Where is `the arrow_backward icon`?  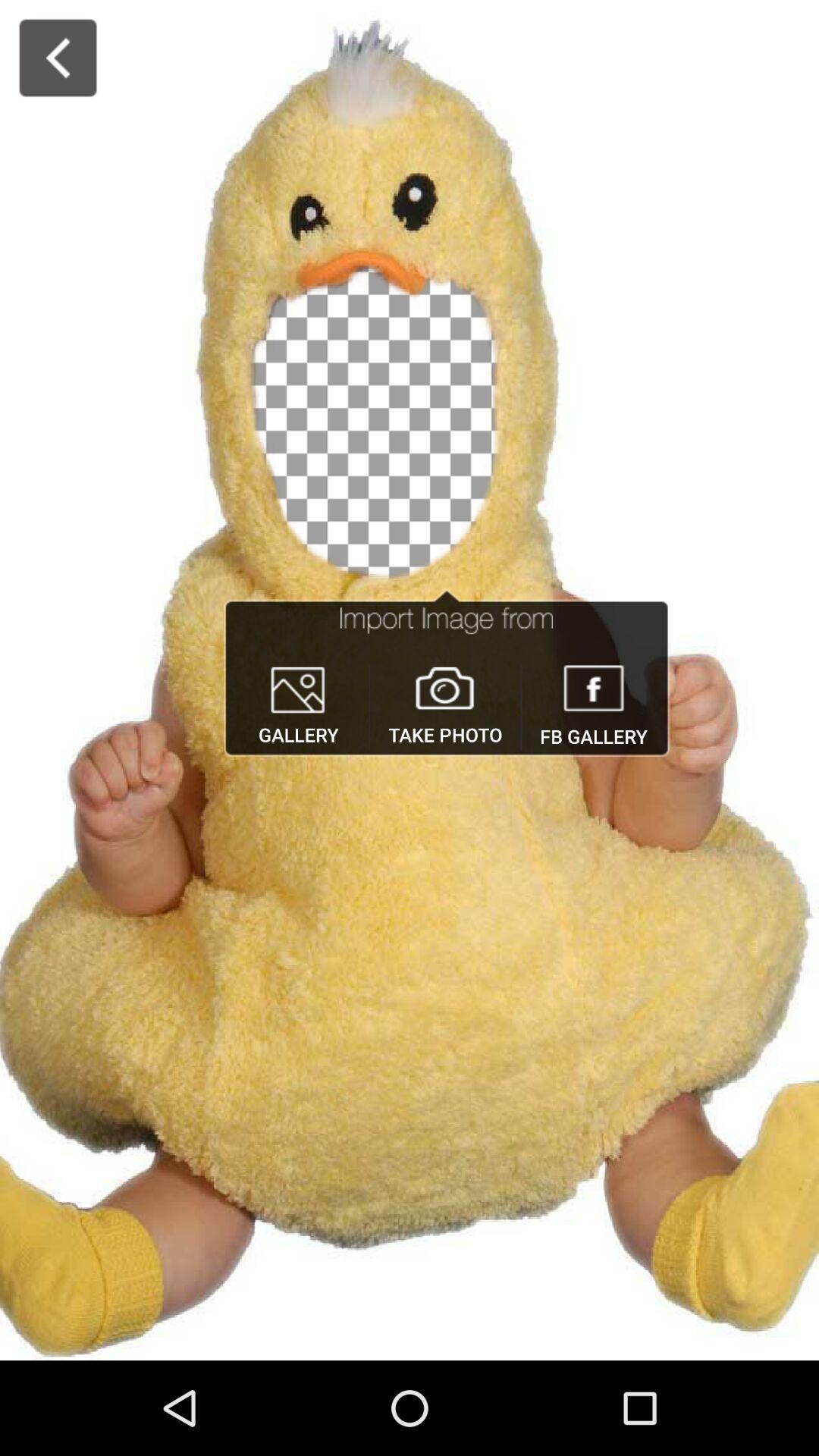
the arrow_backward icon is located at coordinates (57, 58).